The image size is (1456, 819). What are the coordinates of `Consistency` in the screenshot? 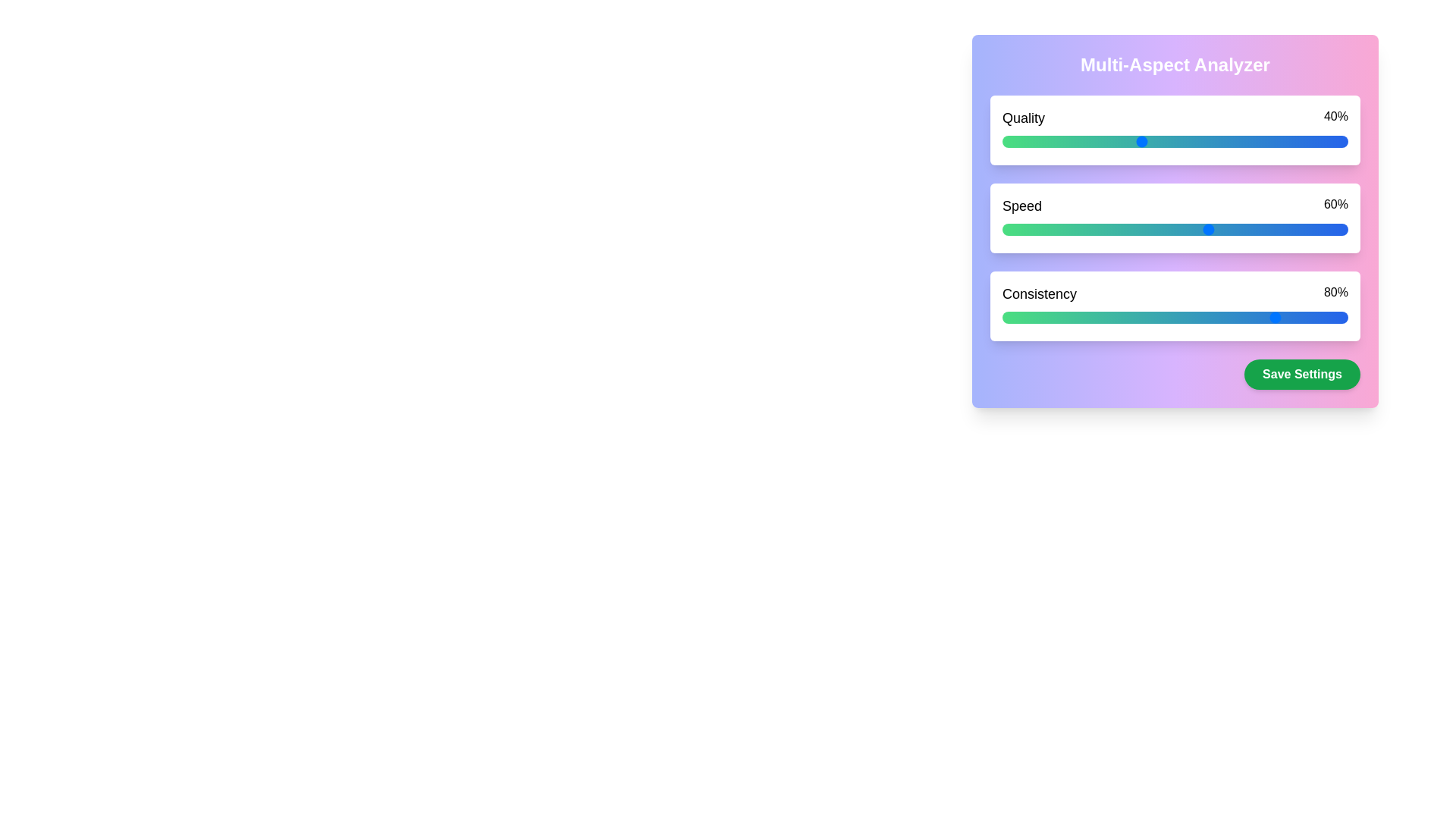 It's located at (1046, 317).